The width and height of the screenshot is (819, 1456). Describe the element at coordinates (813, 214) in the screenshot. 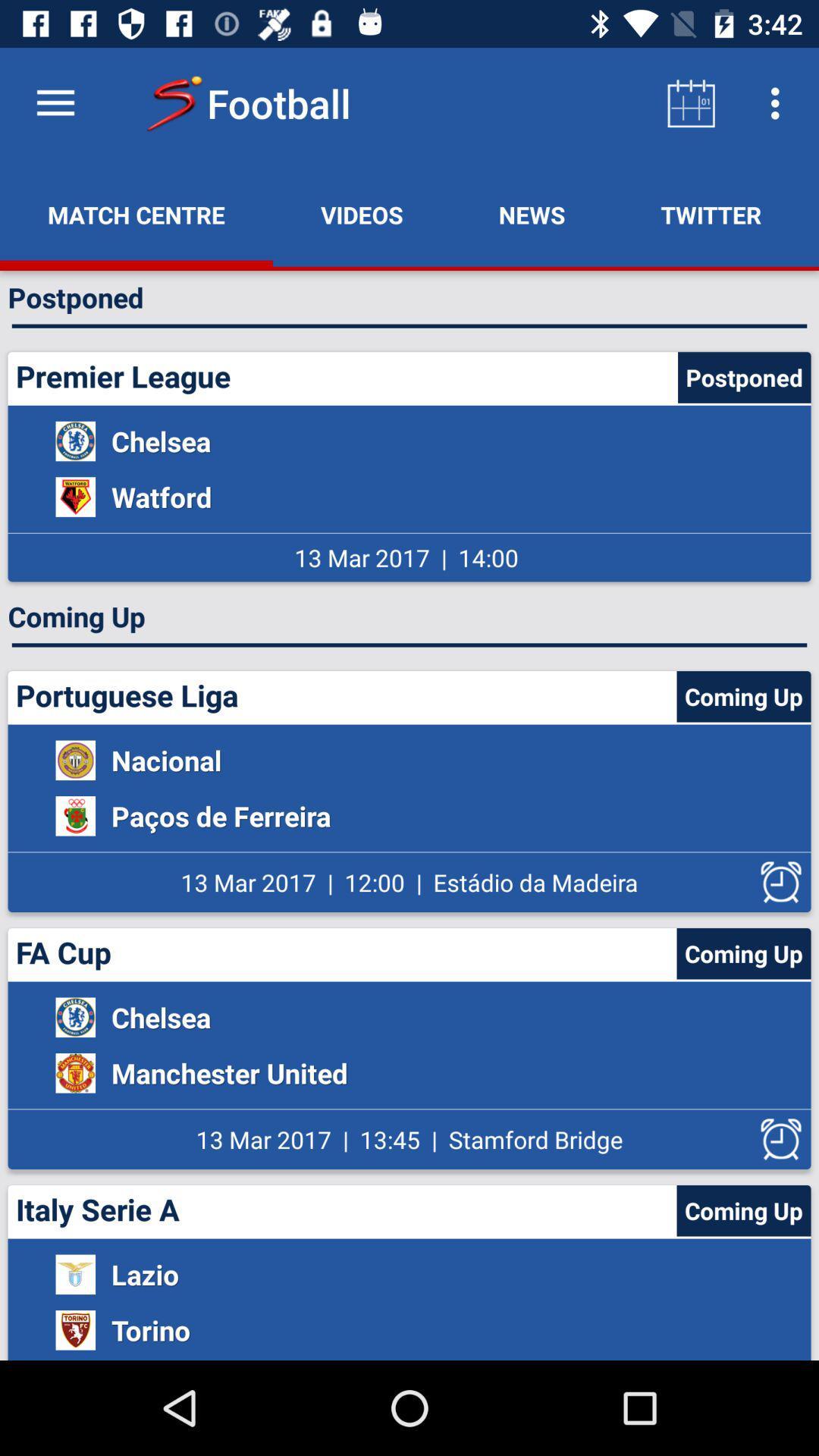

I see `chat` at that location.